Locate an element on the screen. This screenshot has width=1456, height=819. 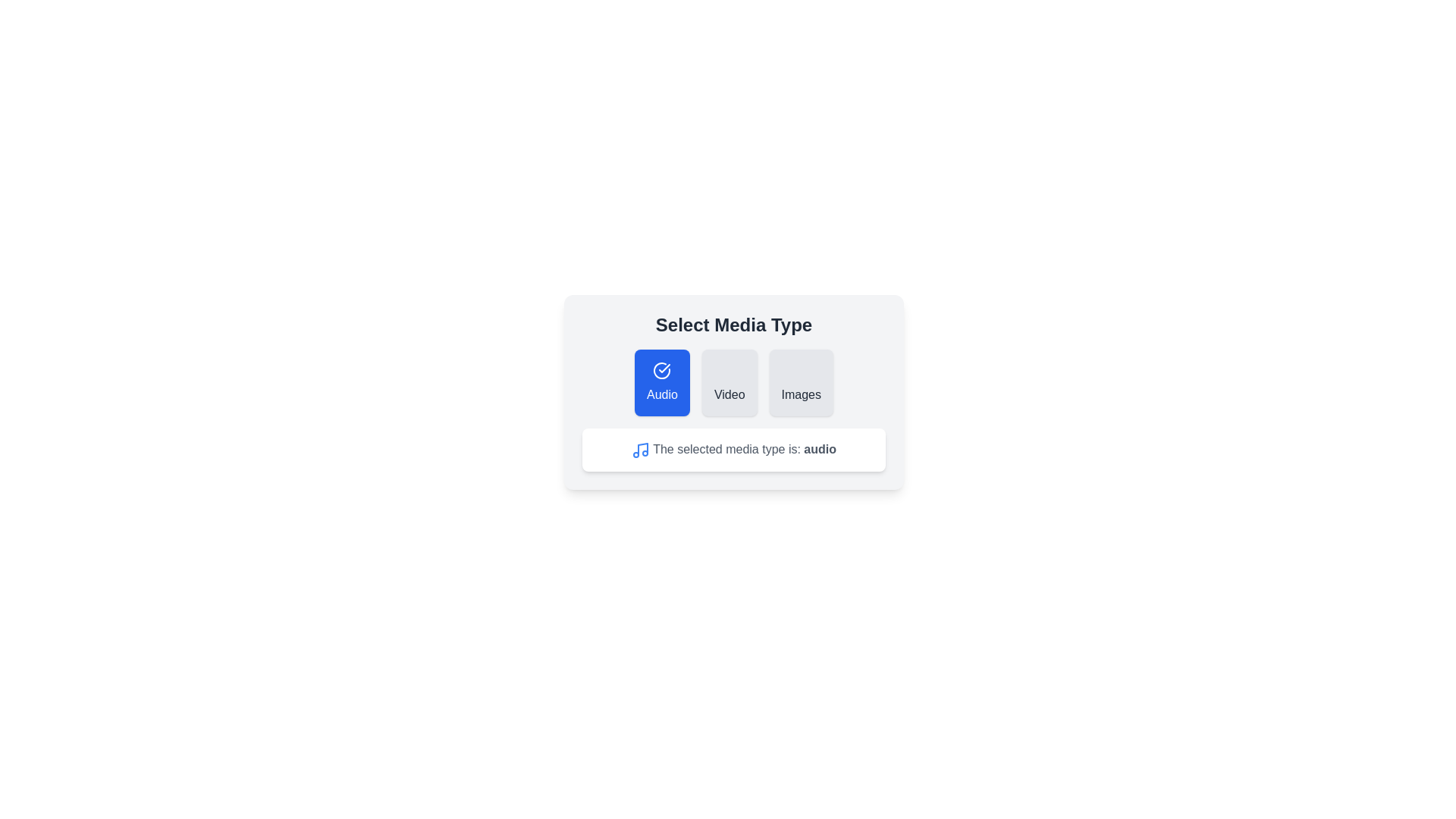
the 'Audio' button located in the 'Select Media Type' section is located at coordinates (662, 382).